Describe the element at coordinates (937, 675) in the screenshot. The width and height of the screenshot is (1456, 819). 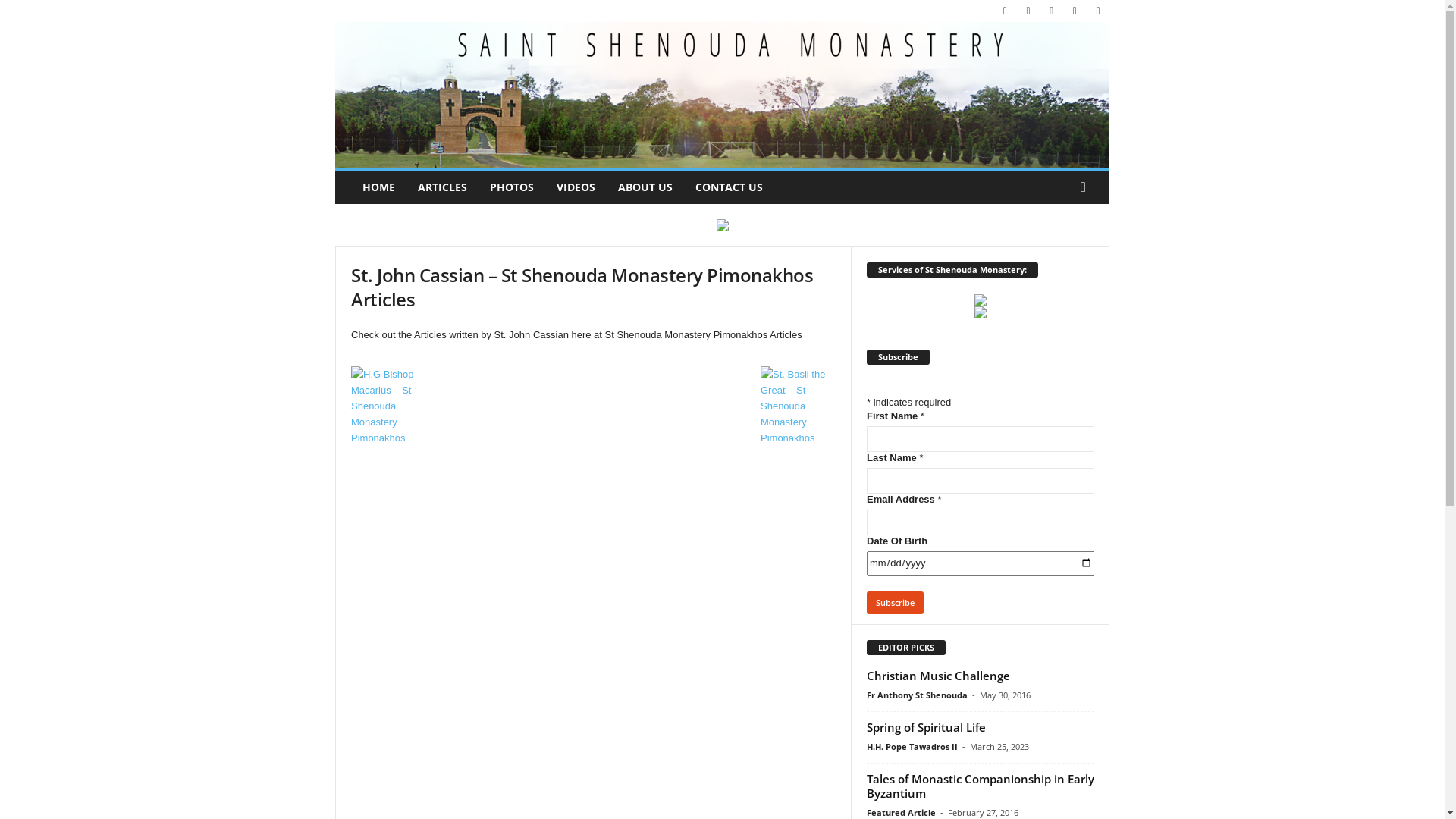
I see `'Christian Music Challenge'` at that location.